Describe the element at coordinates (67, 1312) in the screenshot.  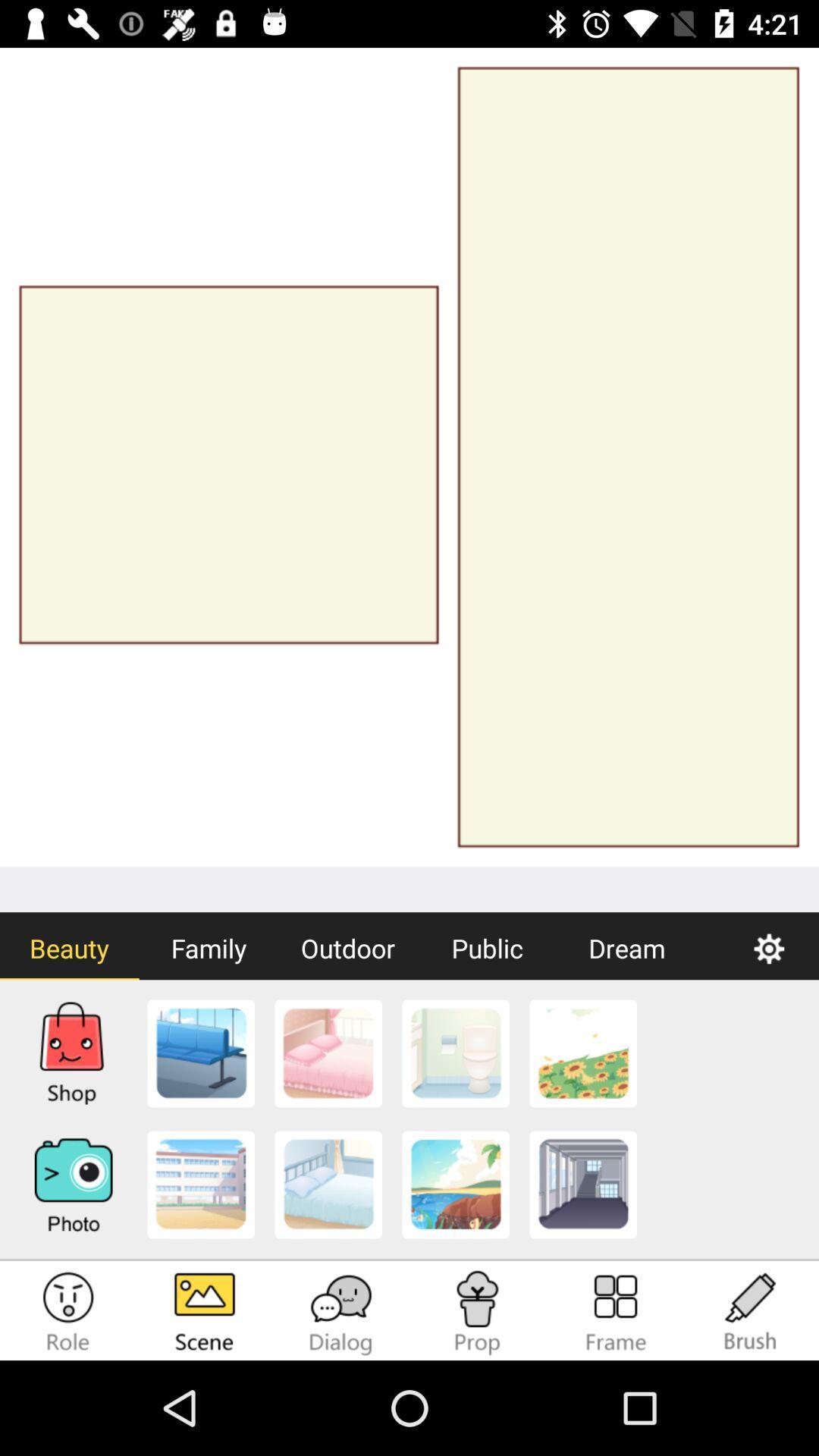
I see `the emoji icon` at that location.